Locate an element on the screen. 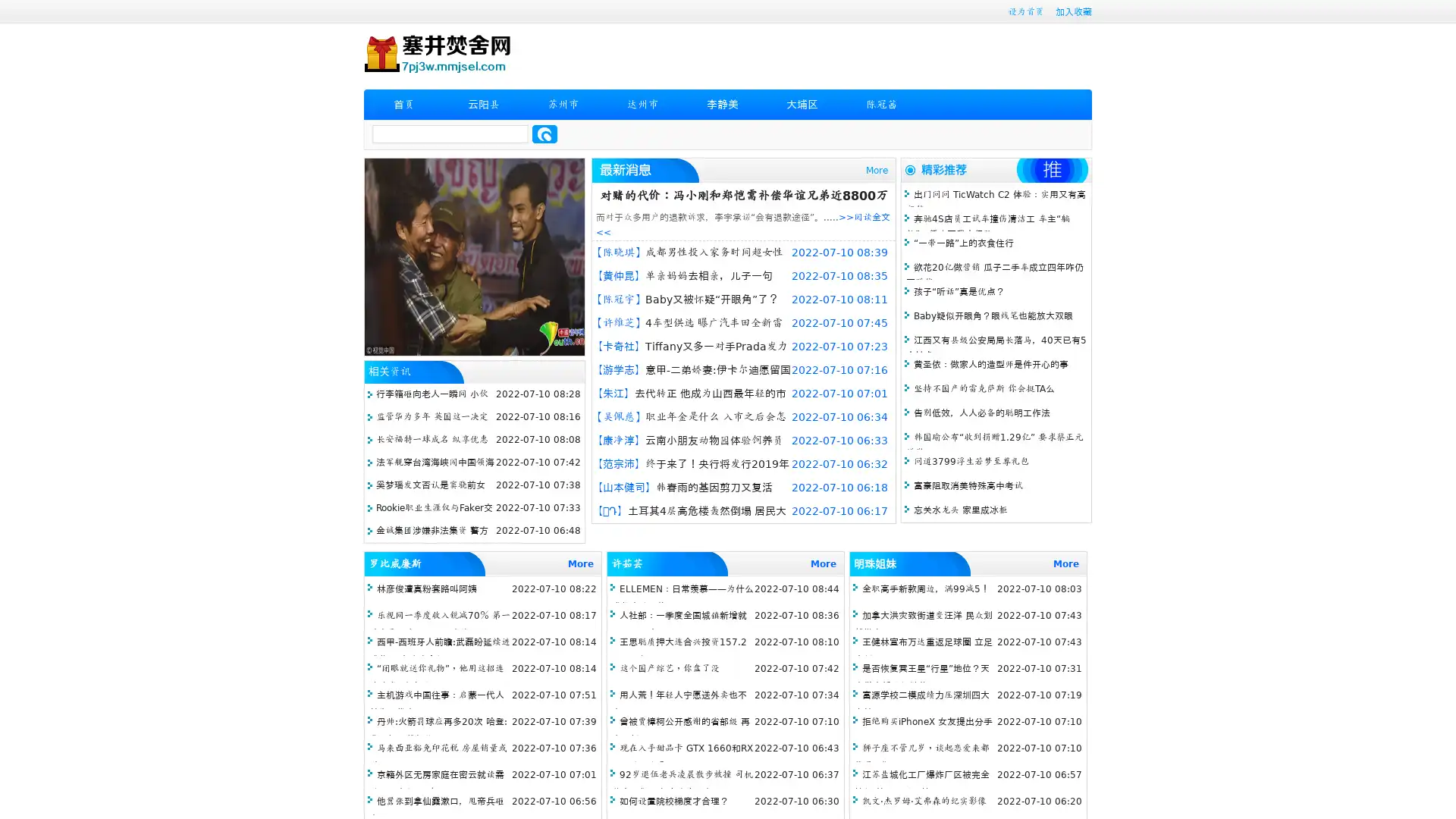 This screenshot has height=819, width=1456. Search is located at coordinates (544, 133).